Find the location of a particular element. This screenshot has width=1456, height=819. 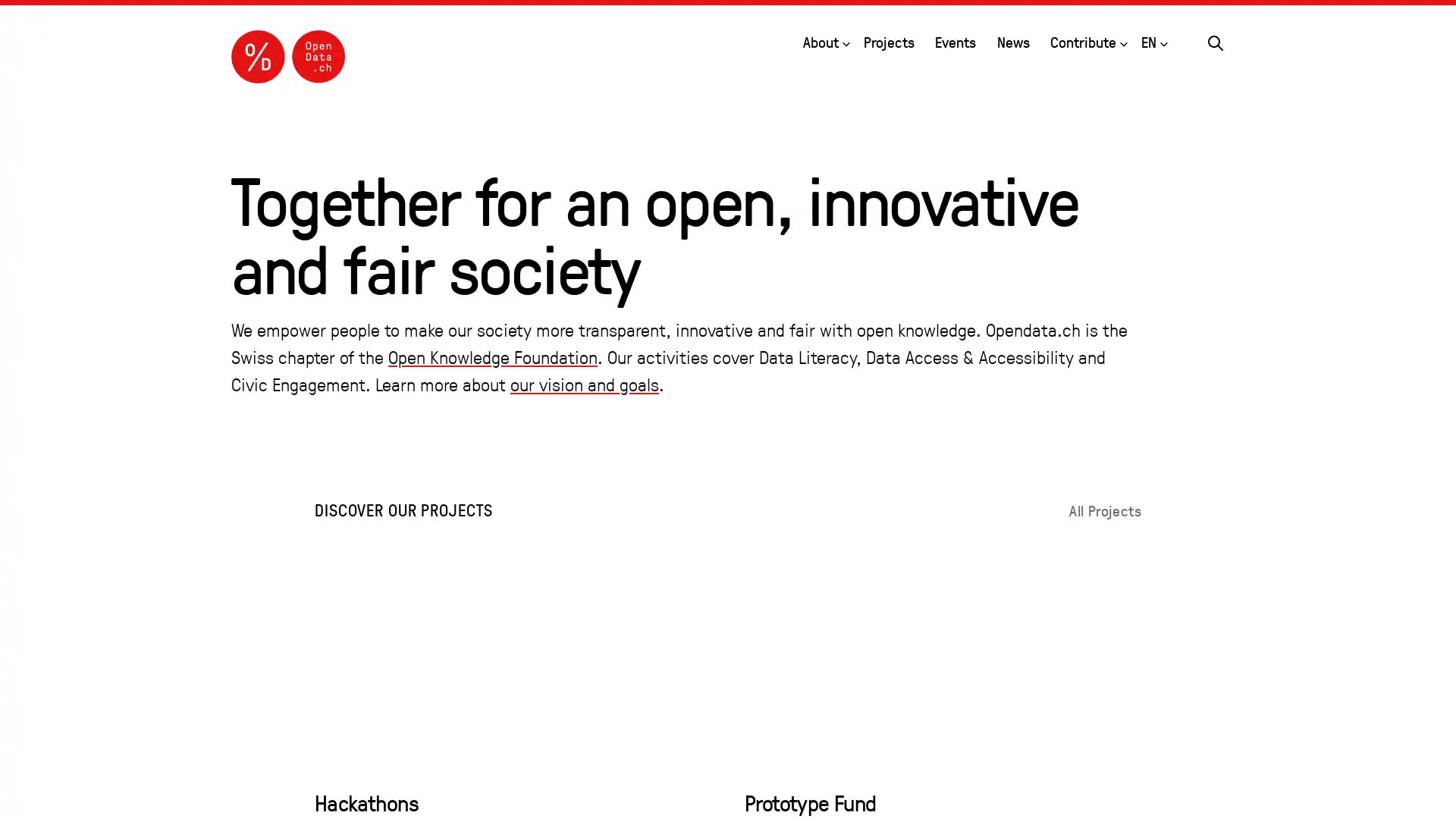

Open is located at coordinates (1163, 40).